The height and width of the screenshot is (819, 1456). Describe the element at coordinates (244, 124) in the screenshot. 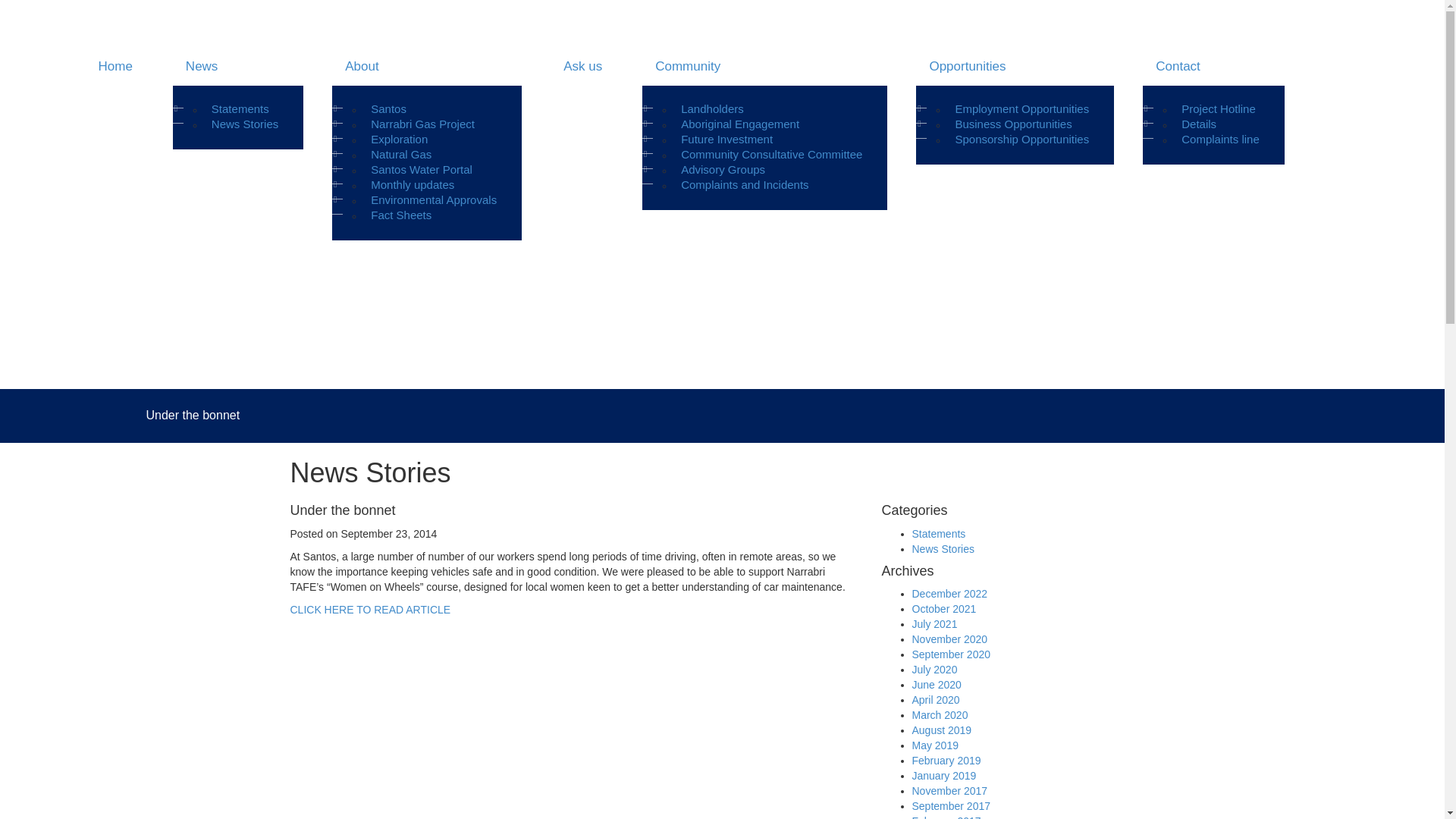

I see `'News Stories'` at that location.